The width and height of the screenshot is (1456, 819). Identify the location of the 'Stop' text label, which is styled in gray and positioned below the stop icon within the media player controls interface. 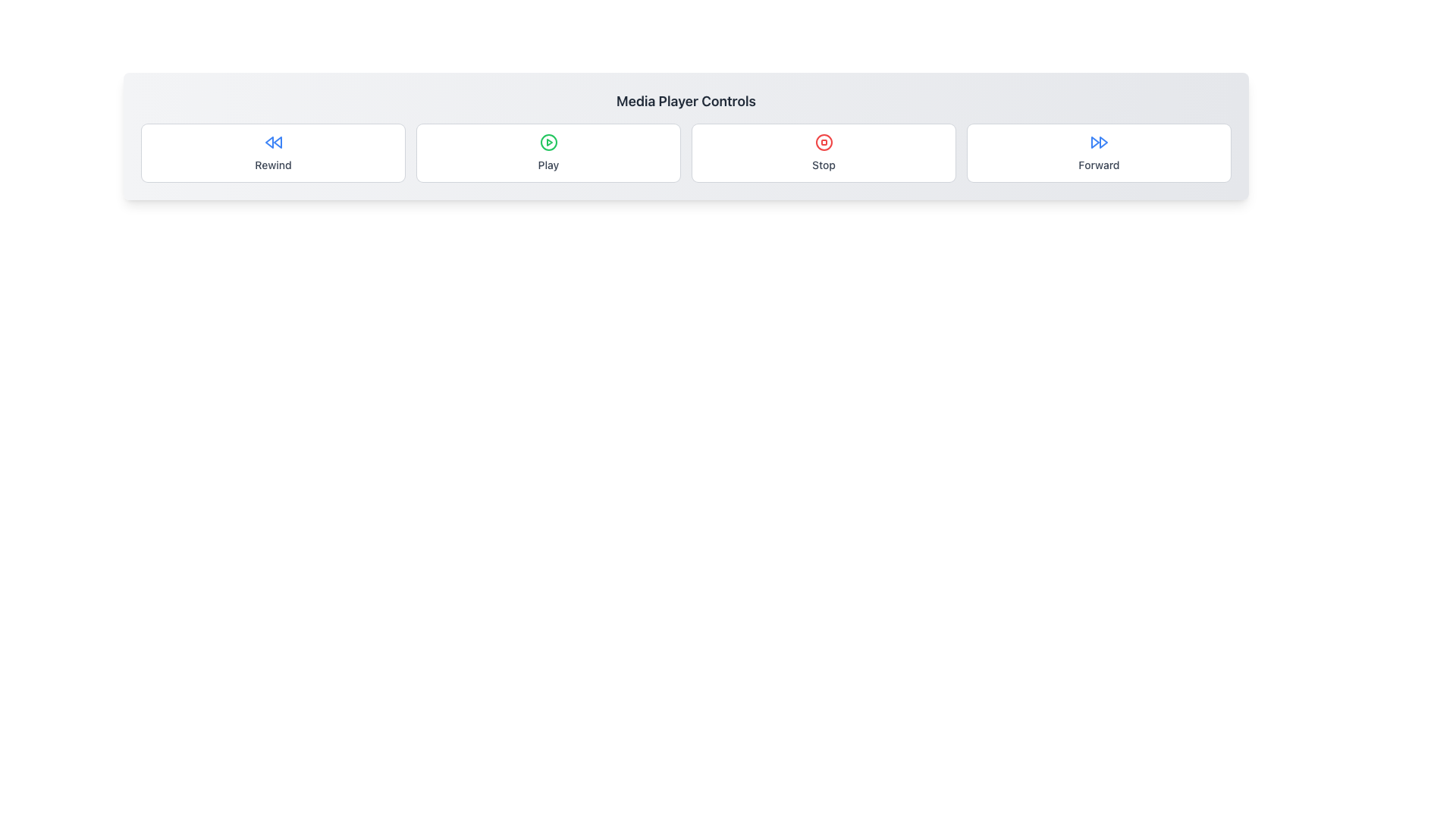
(823, 165).